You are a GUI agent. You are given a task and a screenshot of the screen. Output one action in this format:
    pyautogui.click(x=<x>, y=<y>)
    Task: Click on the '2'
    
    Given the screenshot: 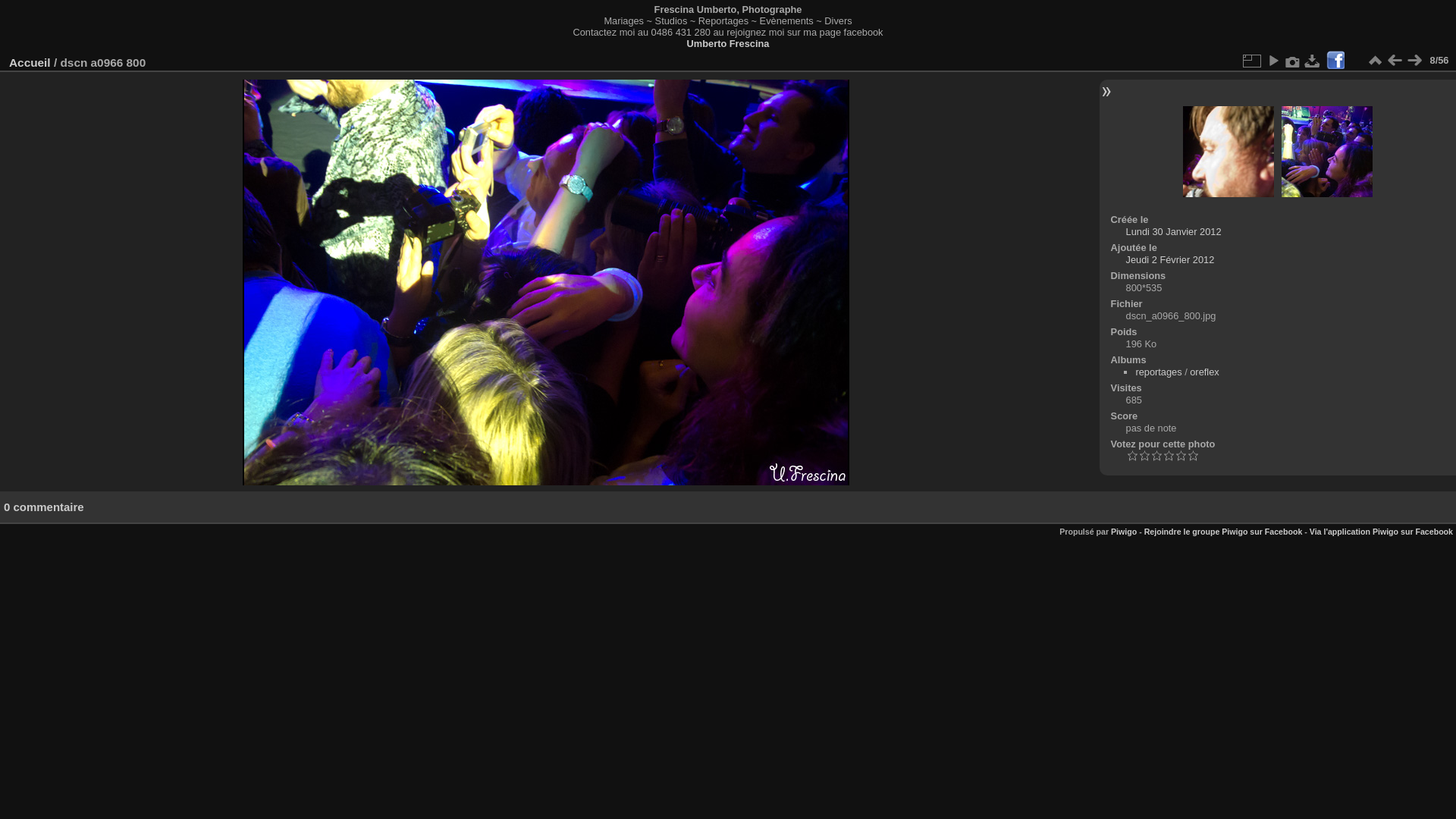 What is the action you would take?
    pyautogui.click(x=1156, y=455)
    